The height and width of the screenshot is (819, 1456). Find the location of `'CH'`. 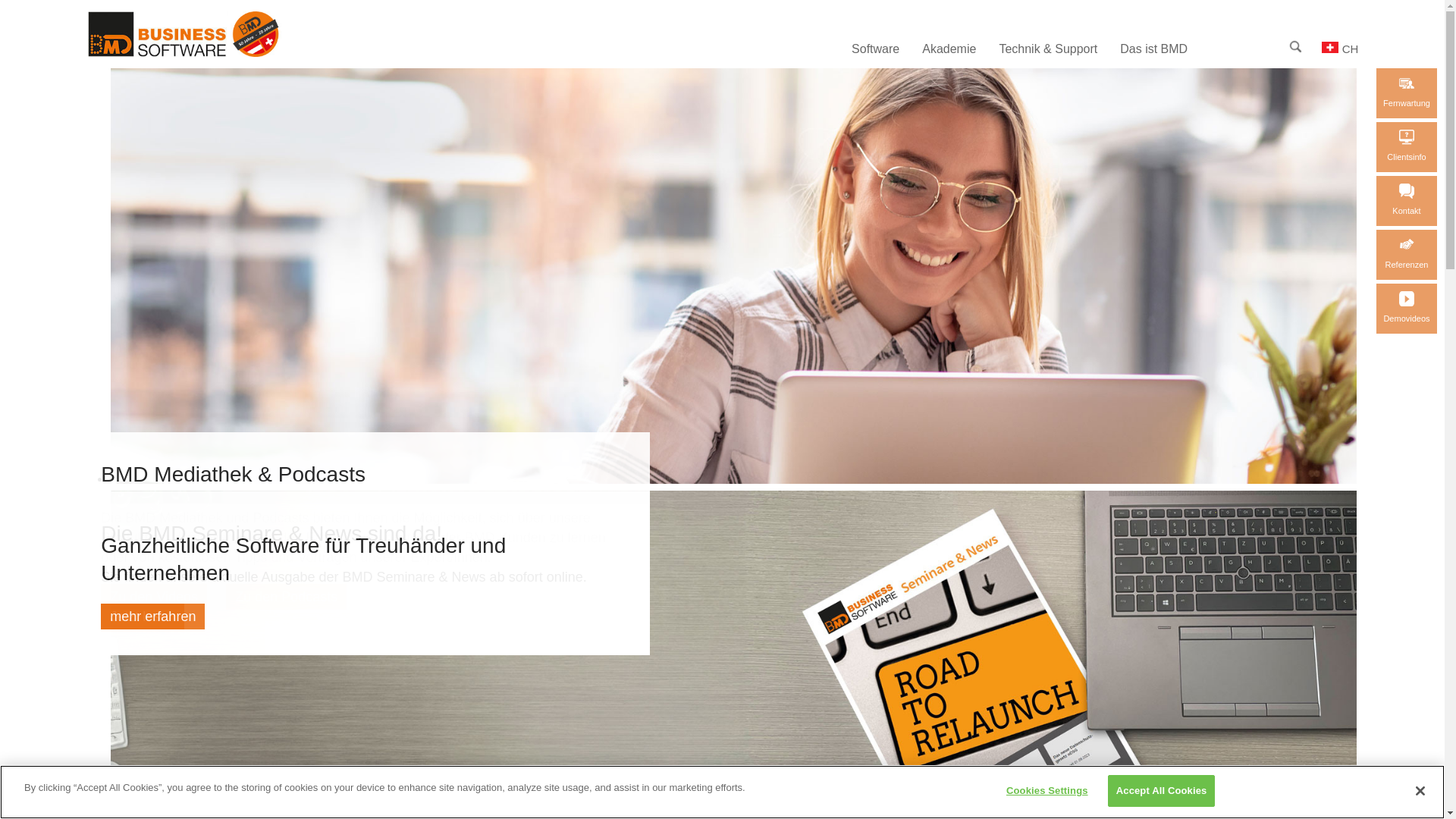

'CH' is located at coordinates (1339, 48).